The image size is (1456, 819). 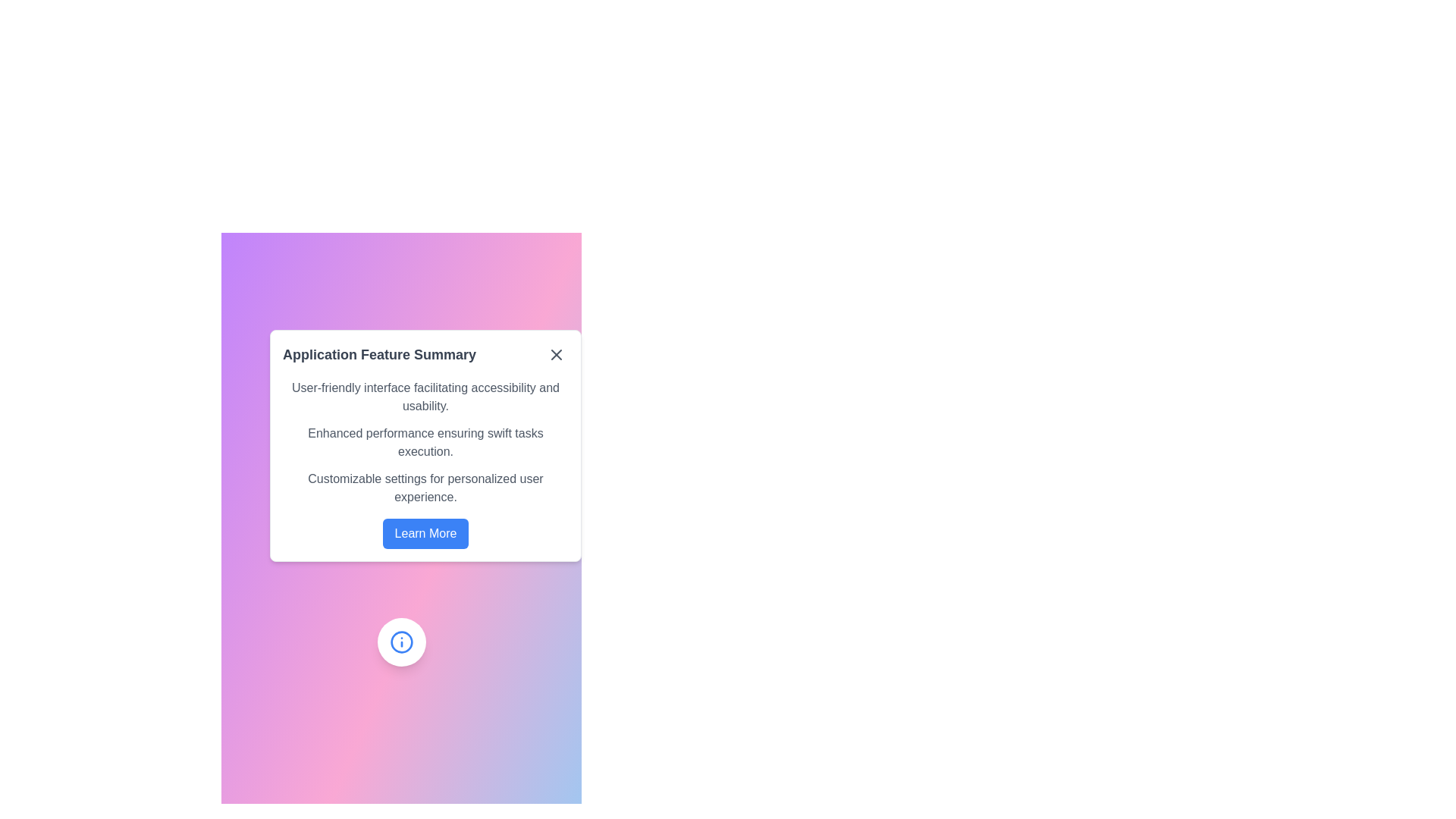 What do you see at coordinates (425, 533) in the screenshot?
I see `the 'Learn More' button, which is a rectangular button with rounded corners, blue background, and white text, positioned at the bottom center of the modal box` at bounding box center [425, 533].